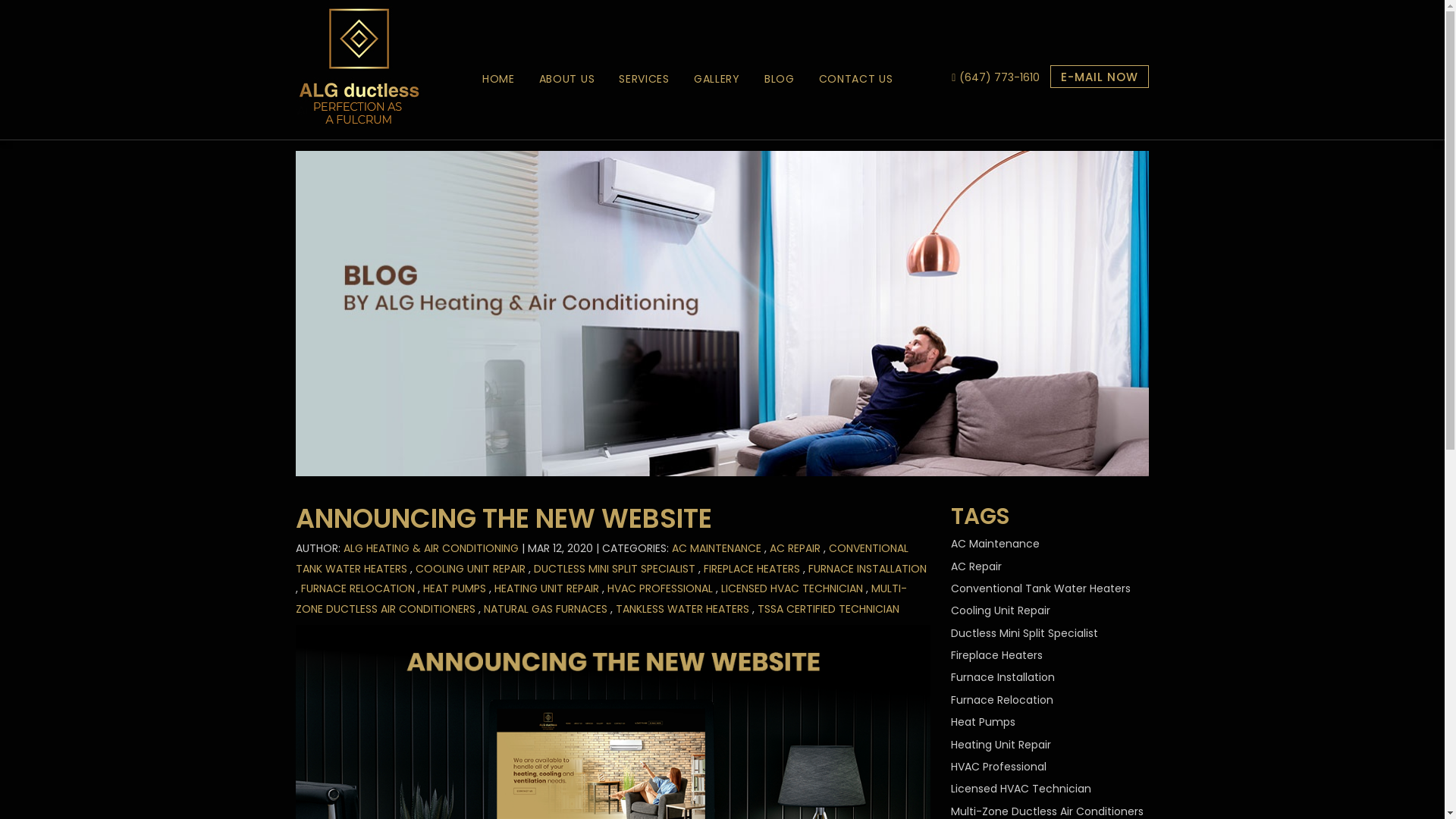 The width and height of the screenshot is (1456, 819). Describe the element at coordinates (483, 607) in the screenshot. I see `'NATURAL GAS FURNACES'` at that location.